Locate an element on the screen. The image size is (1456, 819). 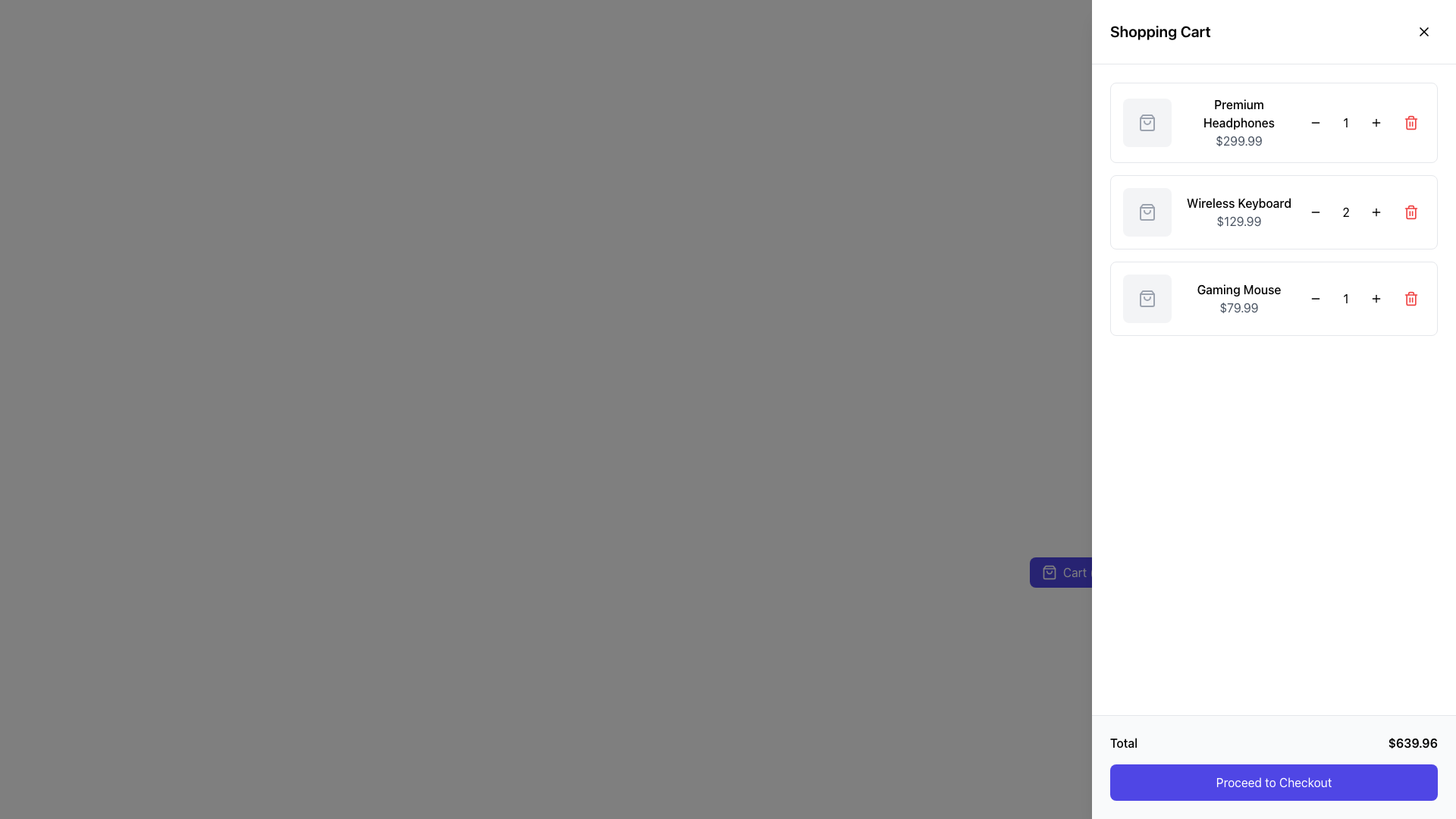
the Close button icon located in the top right corner of the shopping cart panel, beside the 'Shopping Cart' title is located at coordinates (1423, 32).